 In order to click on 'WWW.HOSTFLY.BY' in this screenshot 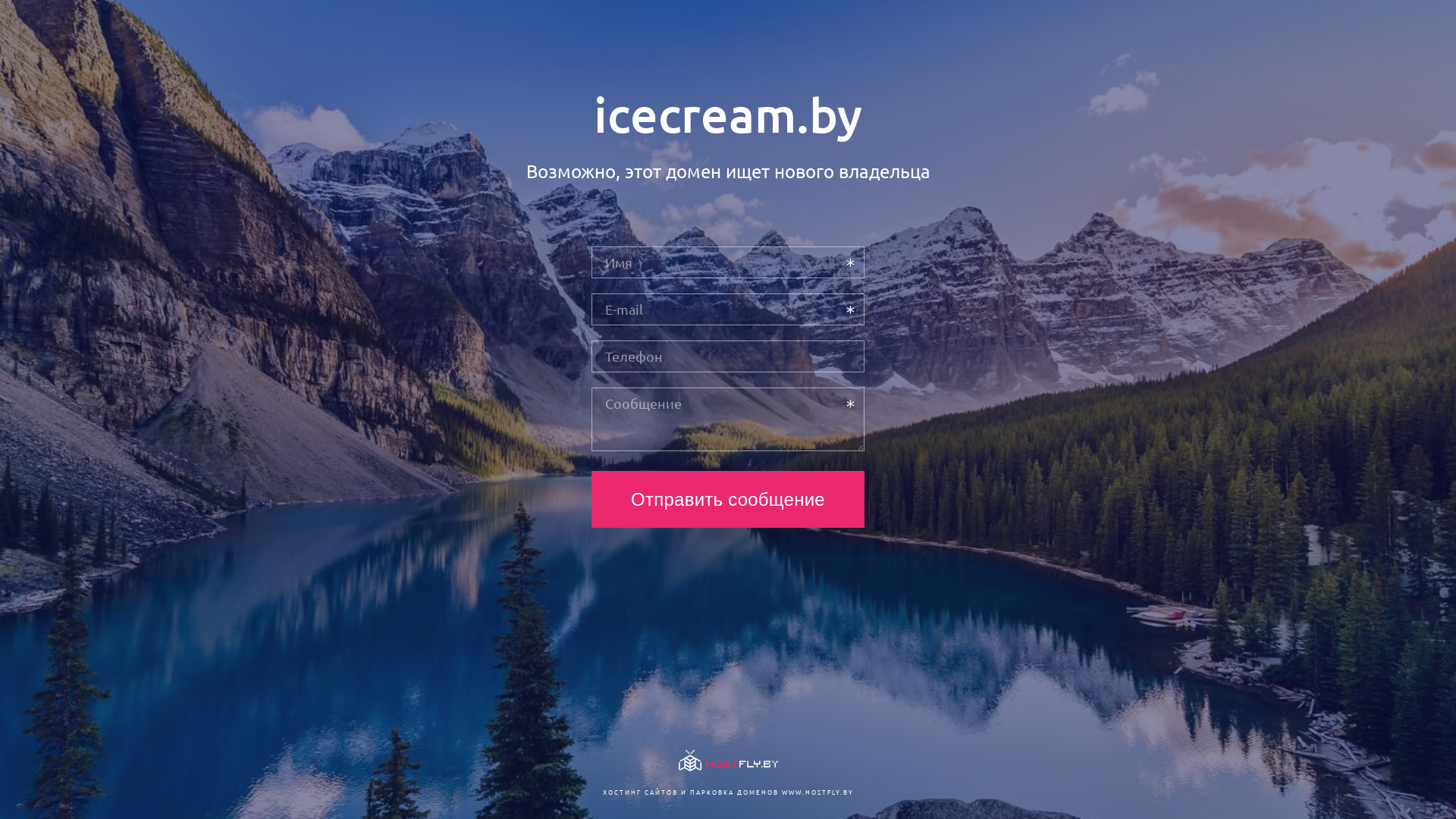, I will do `click(816, 791)`.